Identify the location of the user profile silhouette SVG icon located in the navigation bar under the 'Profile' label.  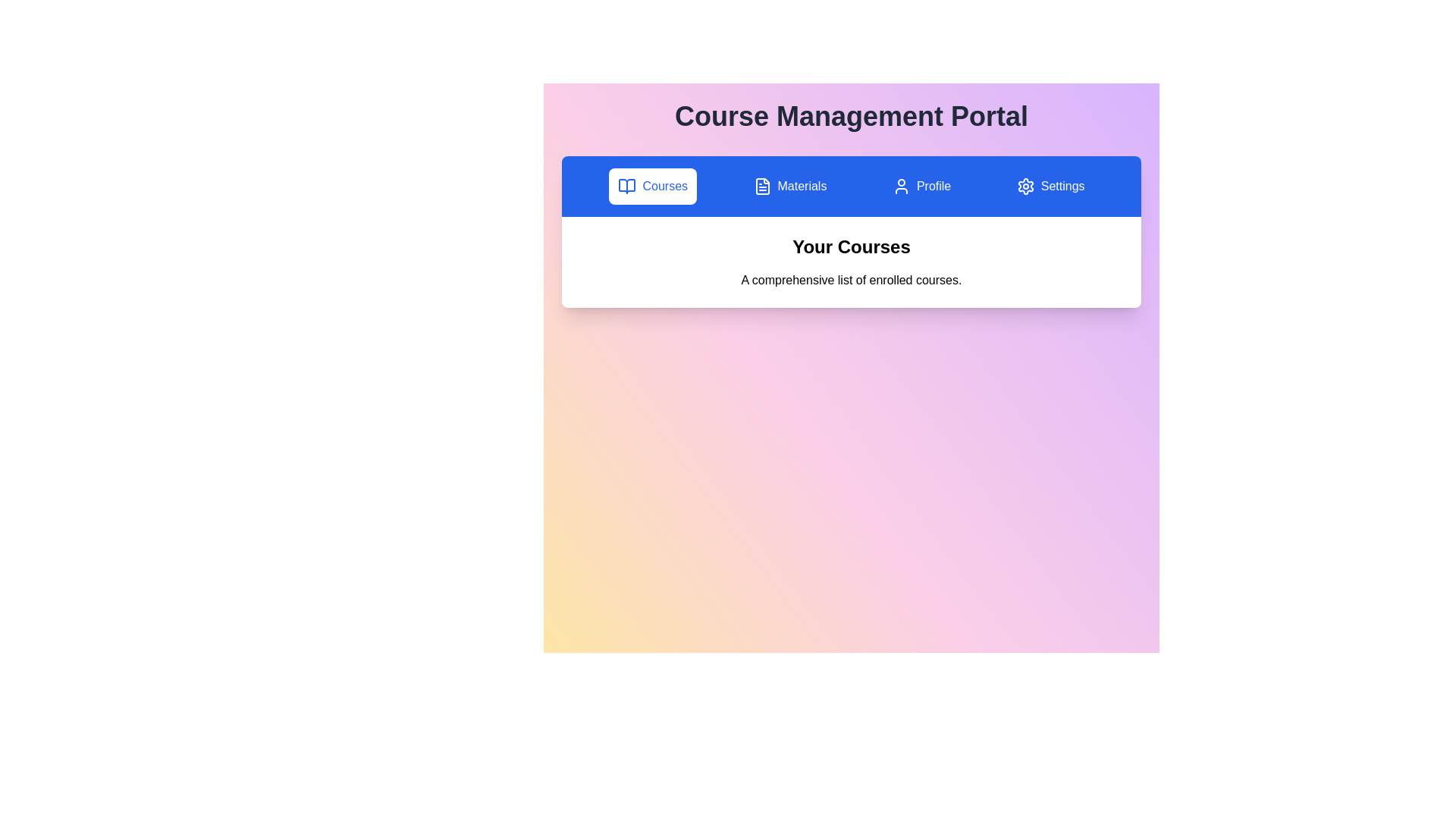
(901, 186).